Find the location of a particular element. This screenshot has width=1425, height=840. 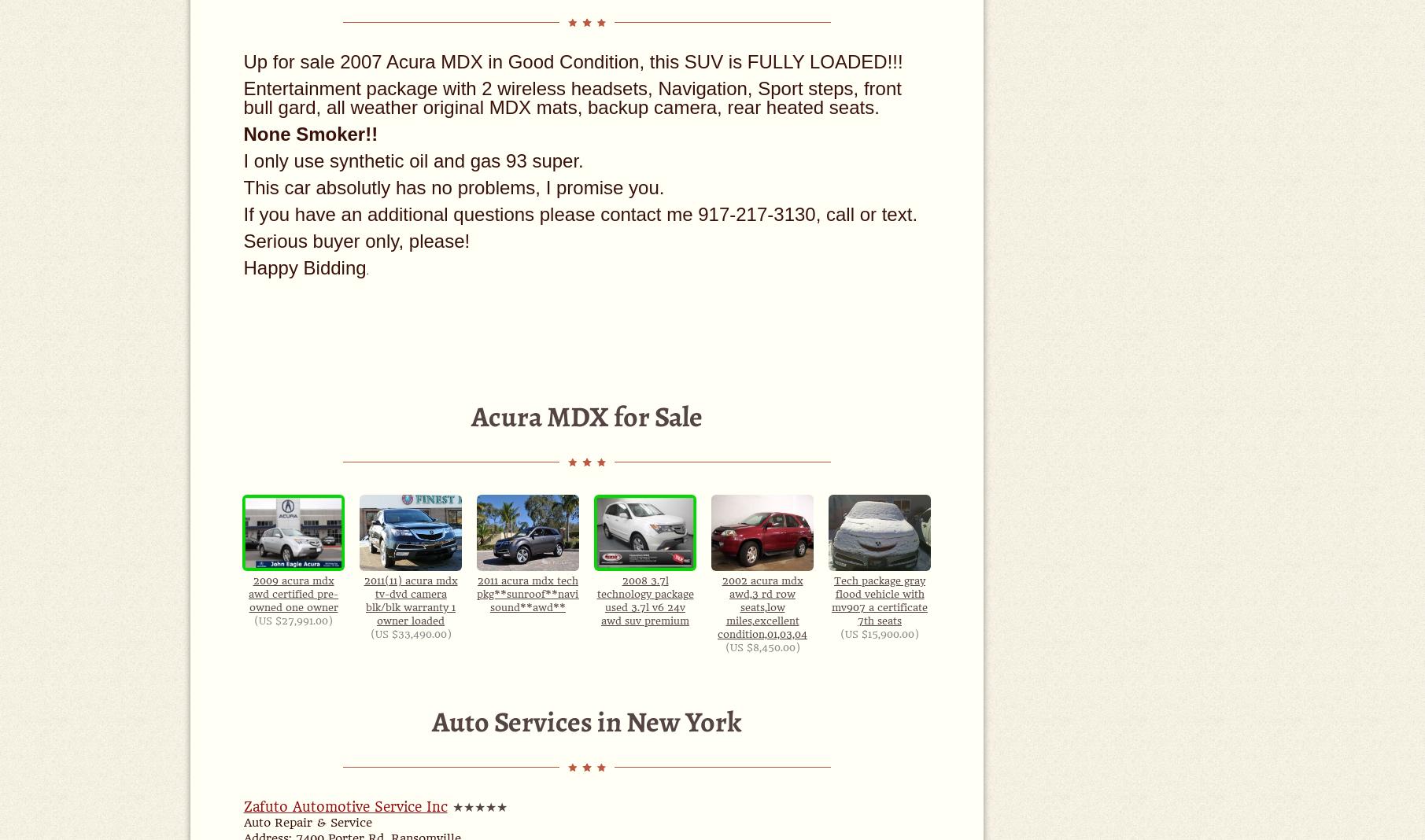

'None Smoker!!' is located at coordinates (309, 134).